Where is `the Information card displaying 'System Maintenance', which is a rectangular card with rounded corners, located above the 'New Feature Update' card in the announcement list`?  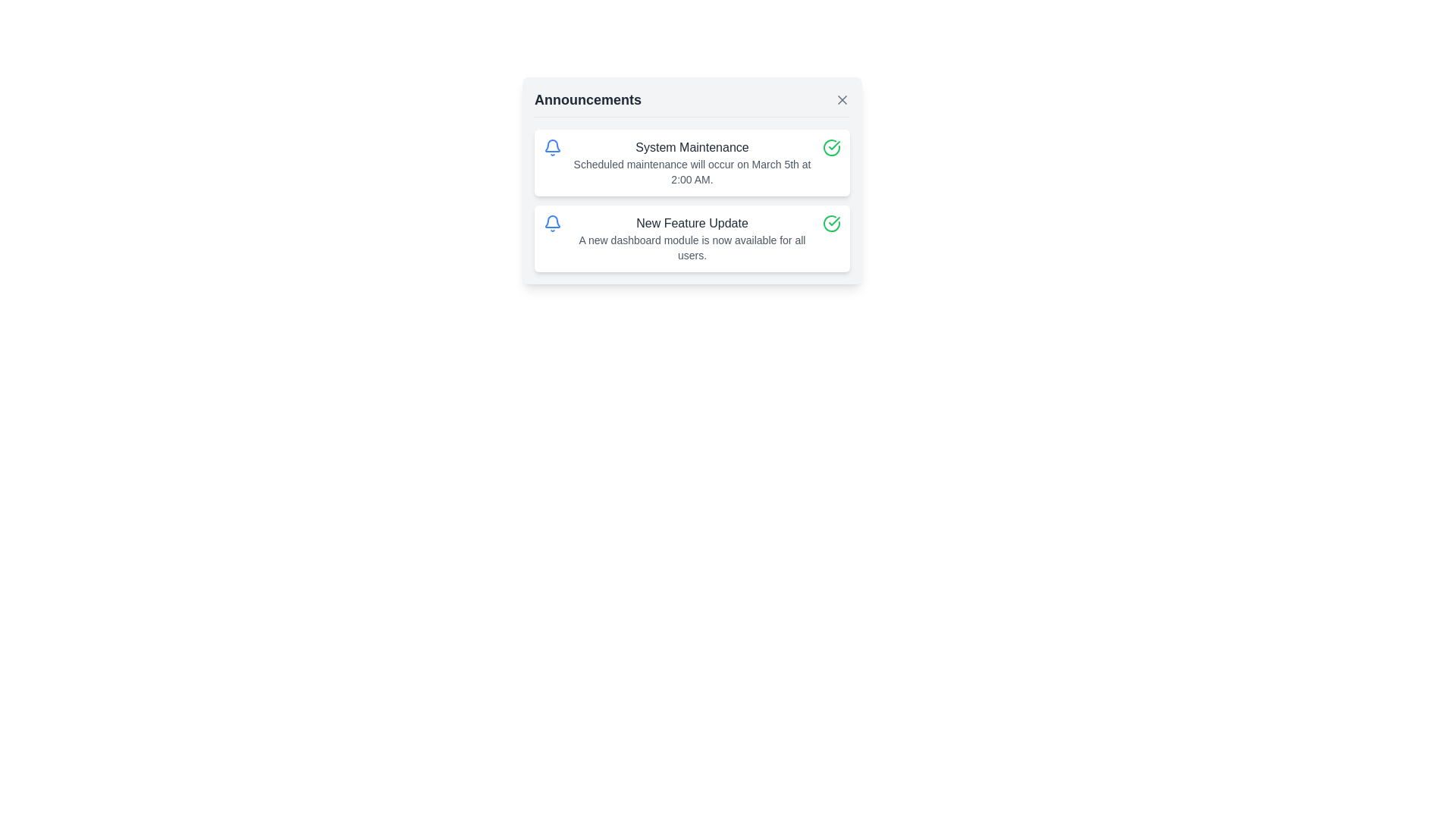
the Information card displaying 'System Maintenance', which is a rectangular card with rounded corners, located above the 'New Feature Update' card in the announcement list is located at coordinates (691, 163).